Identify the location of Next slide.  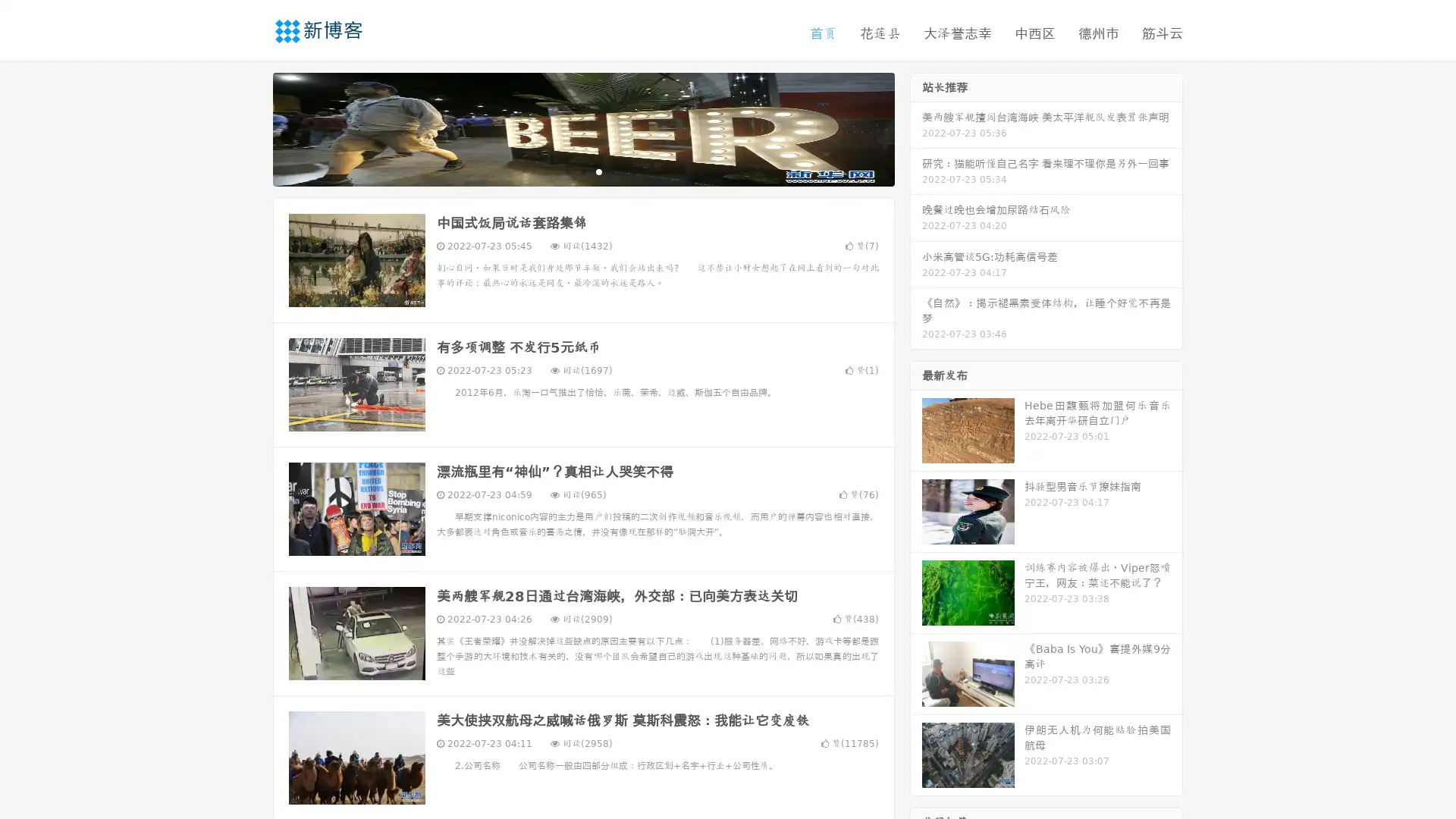
(916, 127).